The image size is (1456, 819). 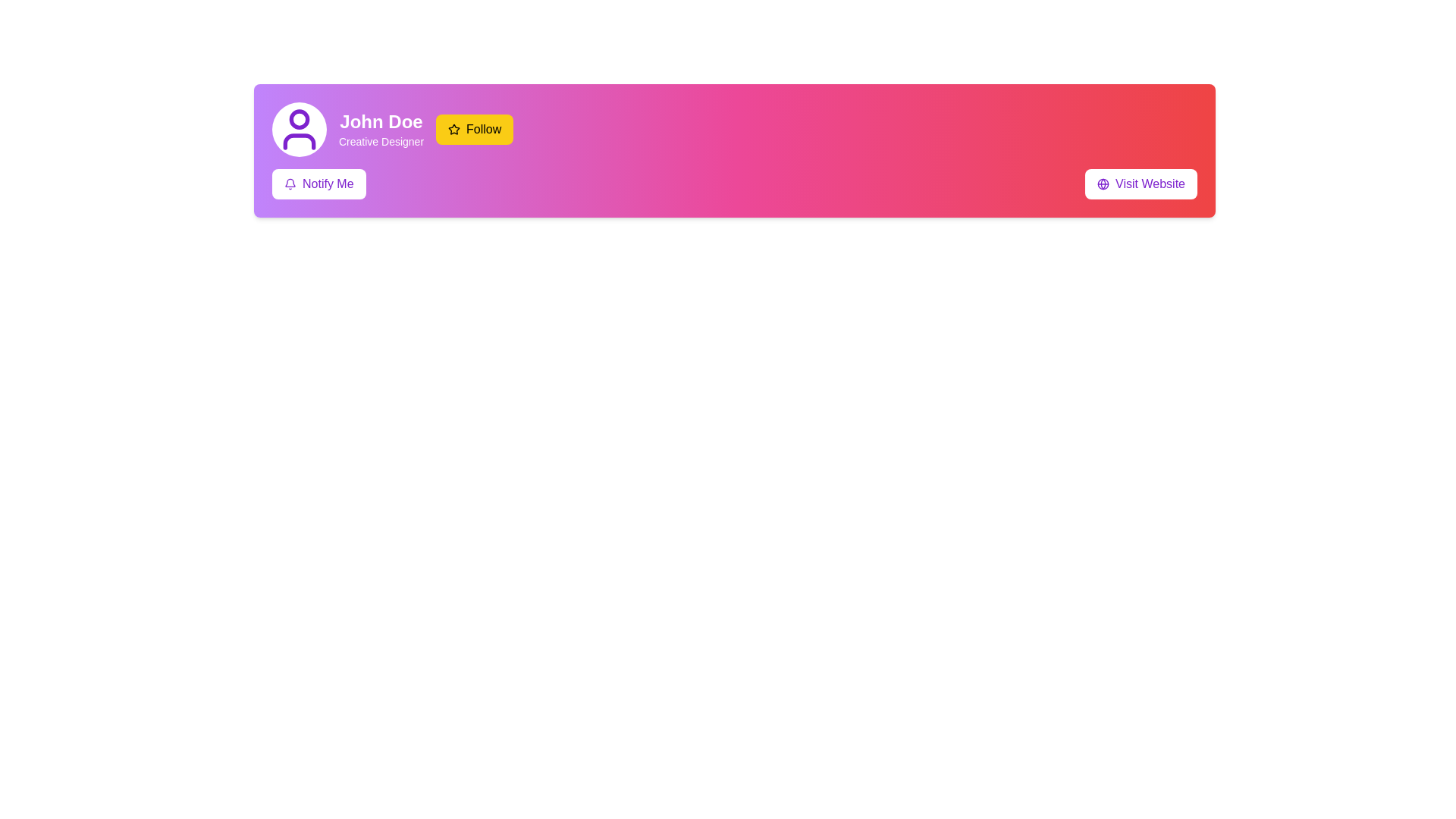 I want to click on the bell icon with a purple outline, which is positioned on the left side of the 'Notify Me' button, so click(x=290, y=184).